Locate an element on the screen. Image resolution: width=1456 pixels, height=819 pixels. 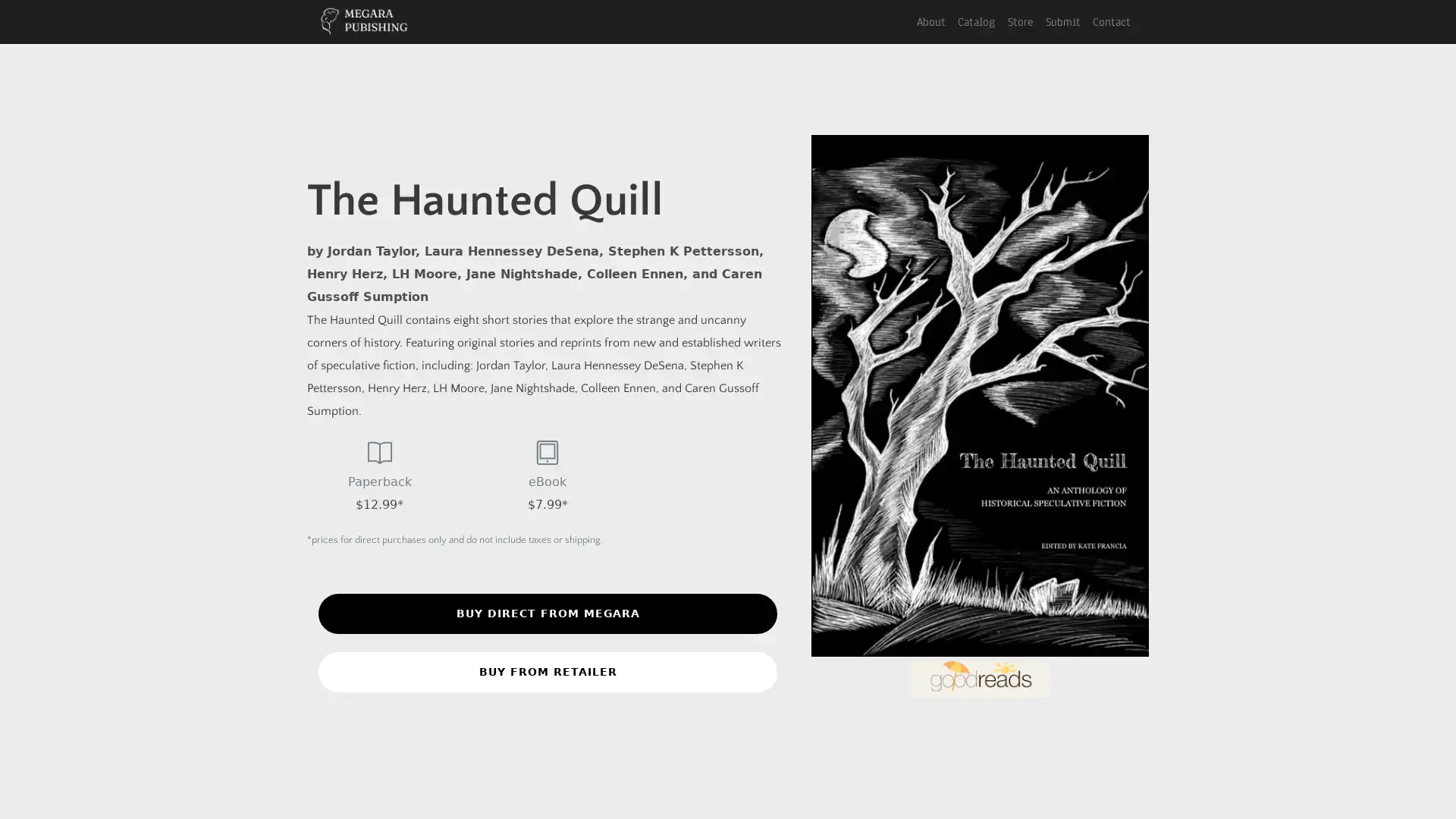
Join Us is located at coordinates (726, 224).